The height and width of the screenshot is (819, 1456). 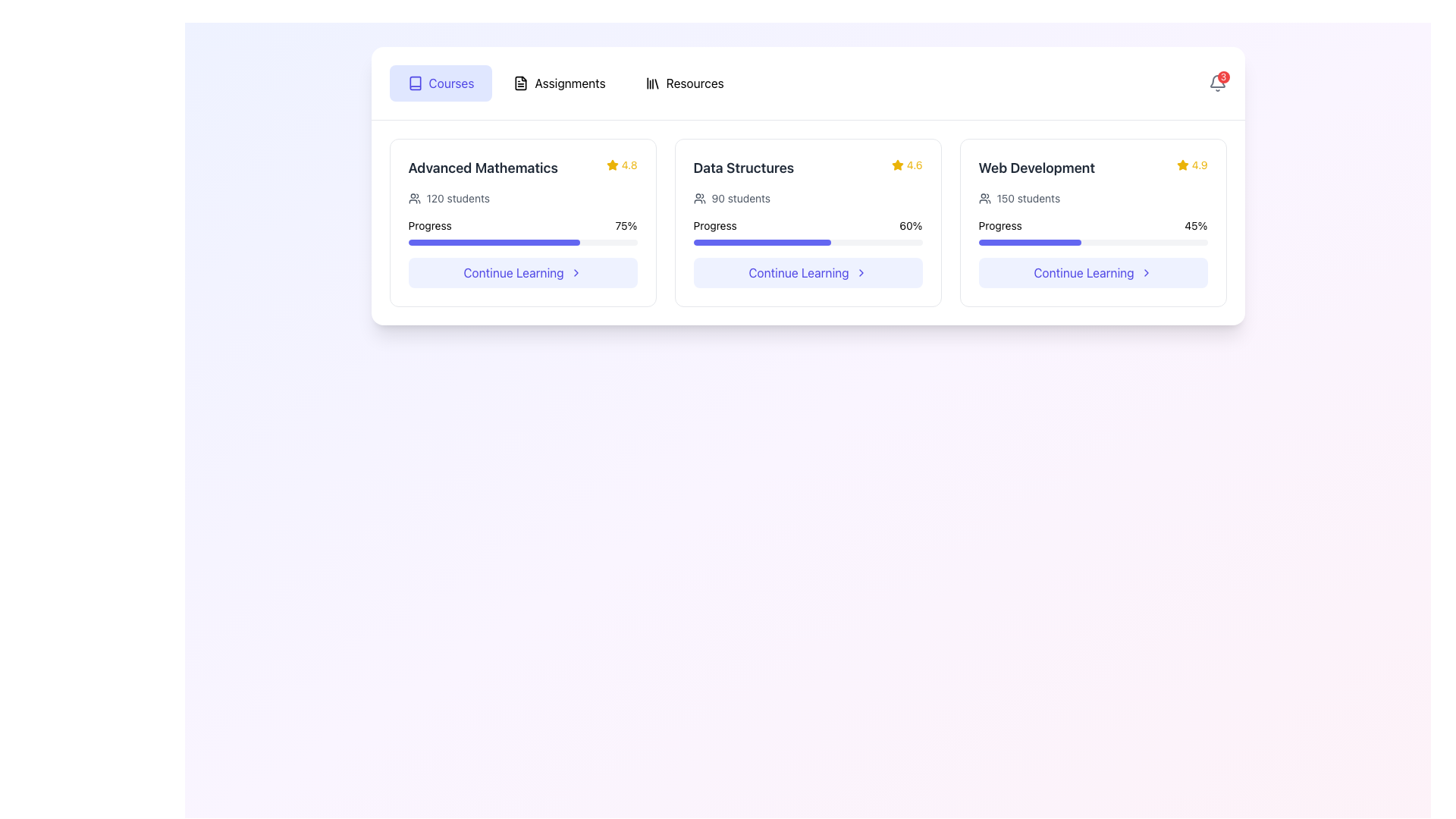 I want to click on the text label that displays the number of students enrolled in the 'Web Development' course, located in the third card of three cards, so click(x=1028, y=198).